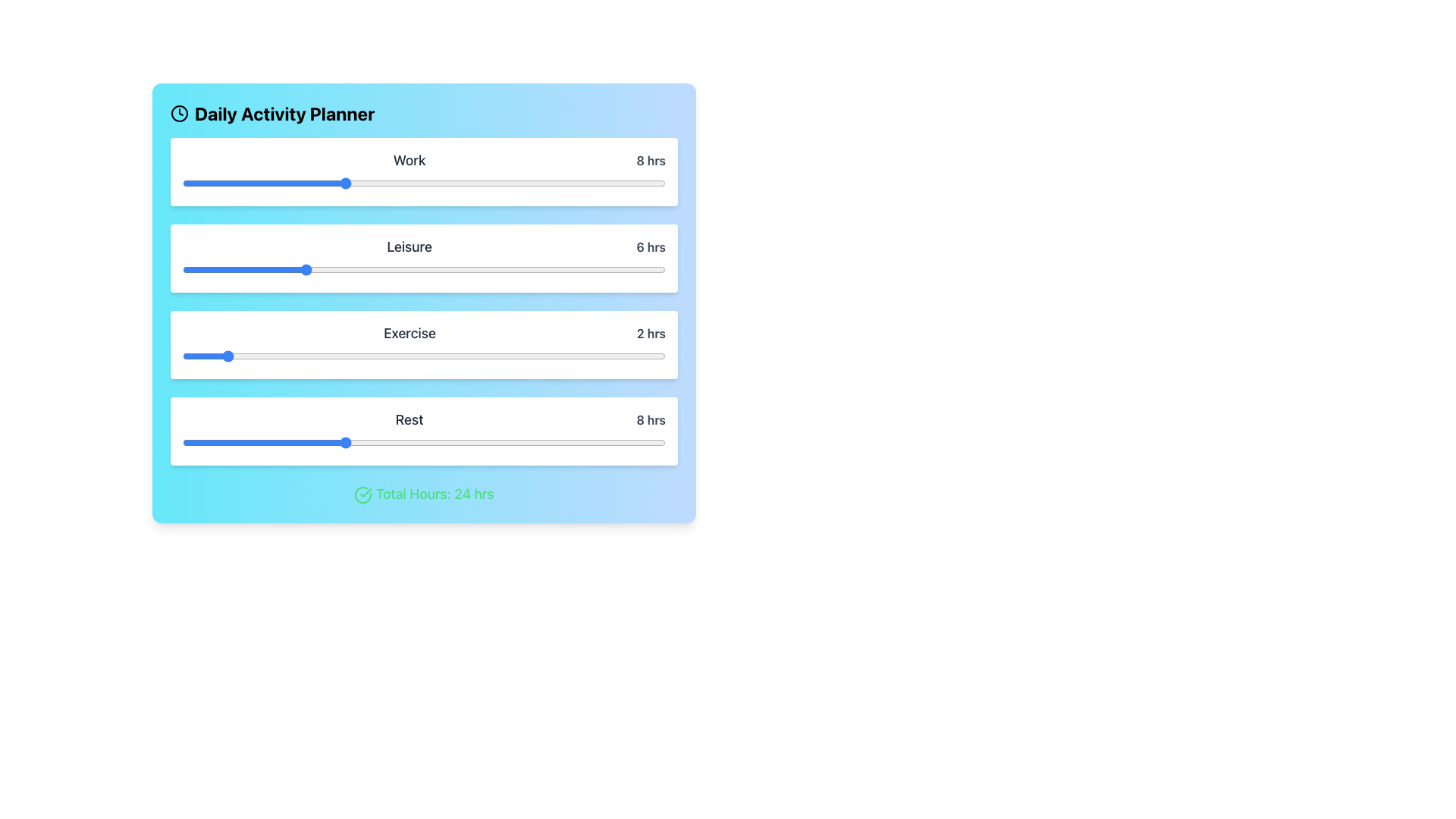 The height and width of the screenshot is (819, 1456). What do you see at coordinates (443, 442) in the screenshot?
I see `the 'Rest' hours` at bounding box center [443, 442].